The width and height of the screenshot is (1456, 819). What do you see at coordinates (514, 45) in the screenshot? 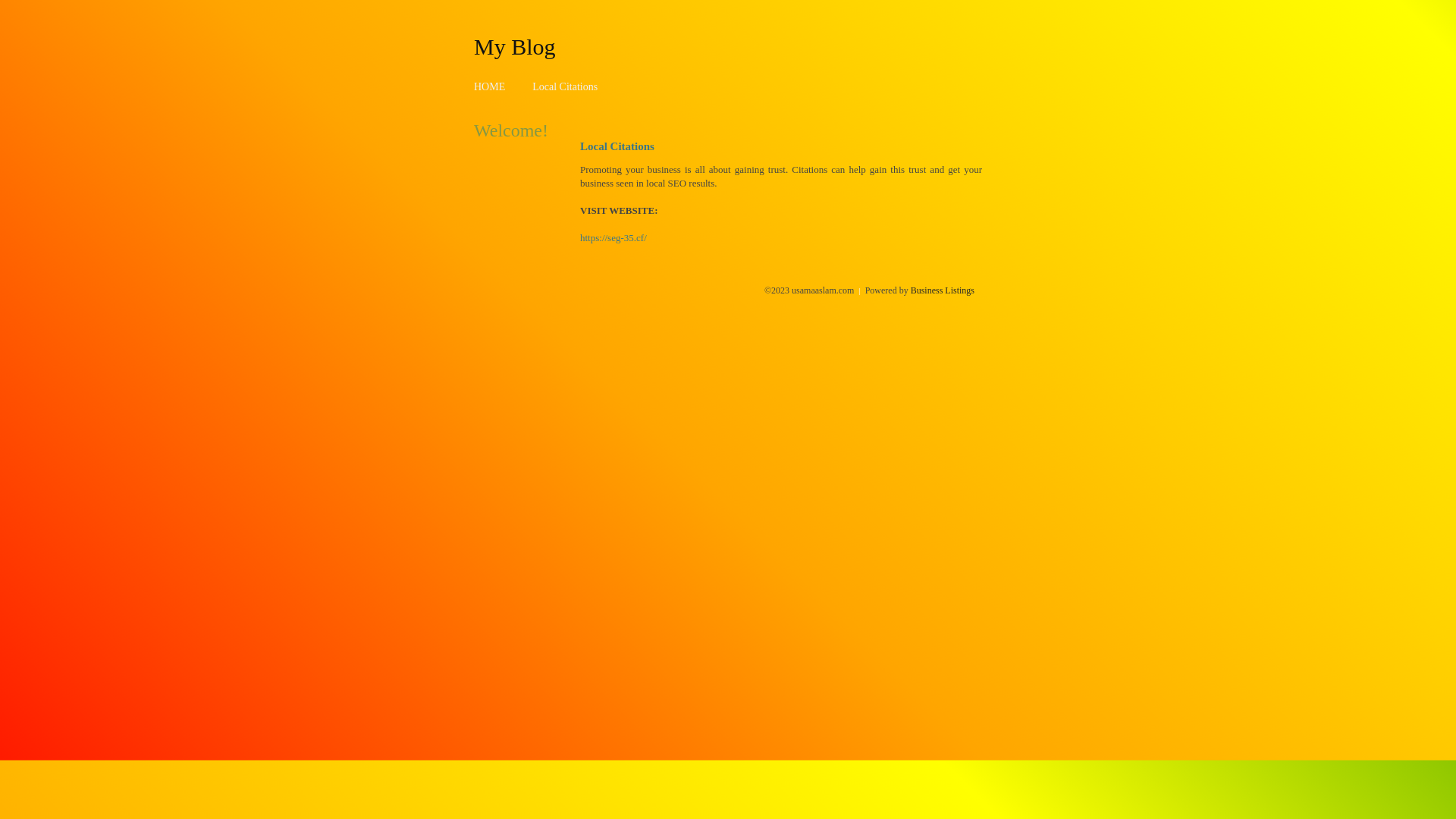
I see `'My Blog'` at bounding box center [514, 45].